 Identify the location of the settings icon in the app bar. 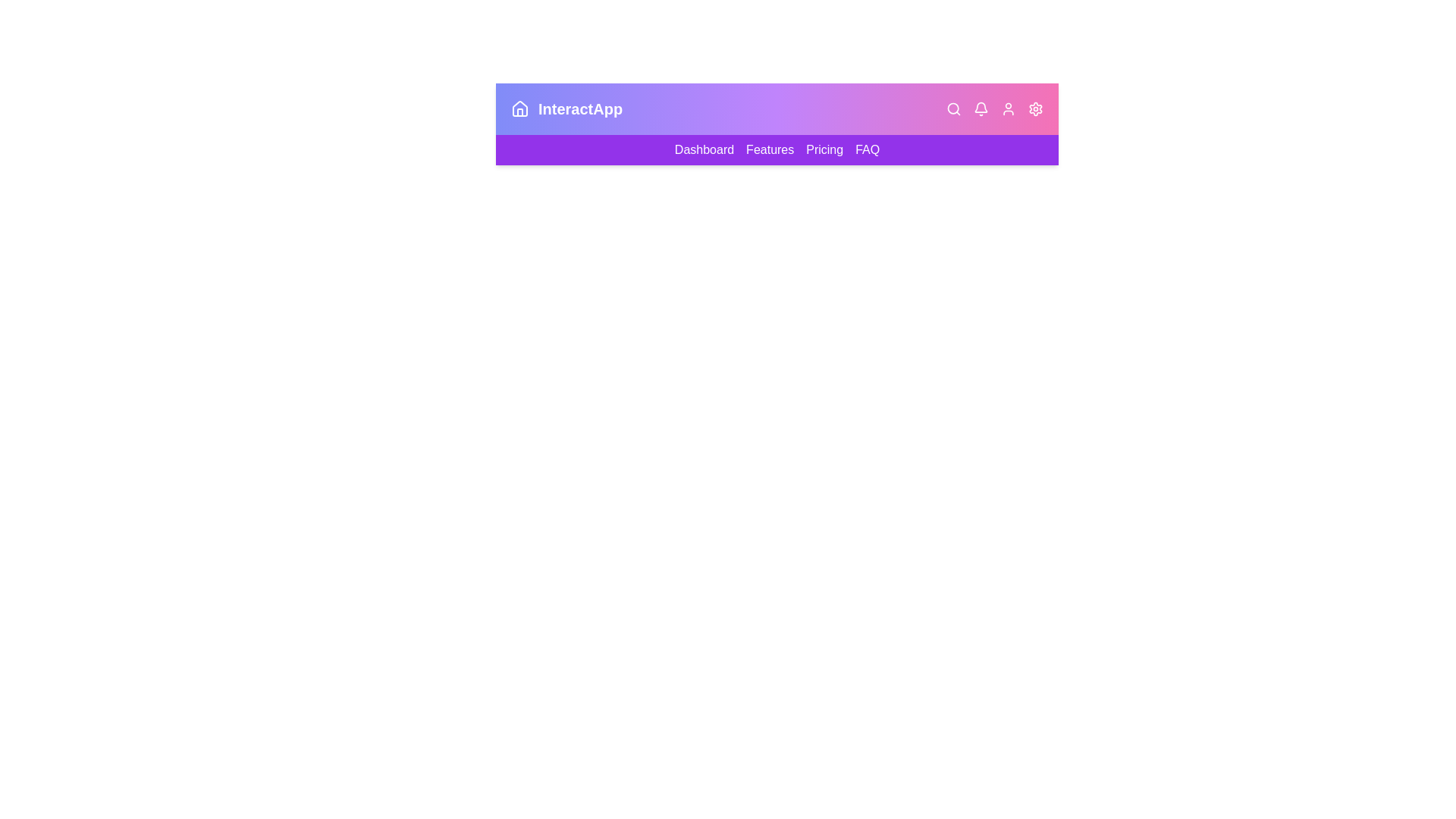
(1035, 108).